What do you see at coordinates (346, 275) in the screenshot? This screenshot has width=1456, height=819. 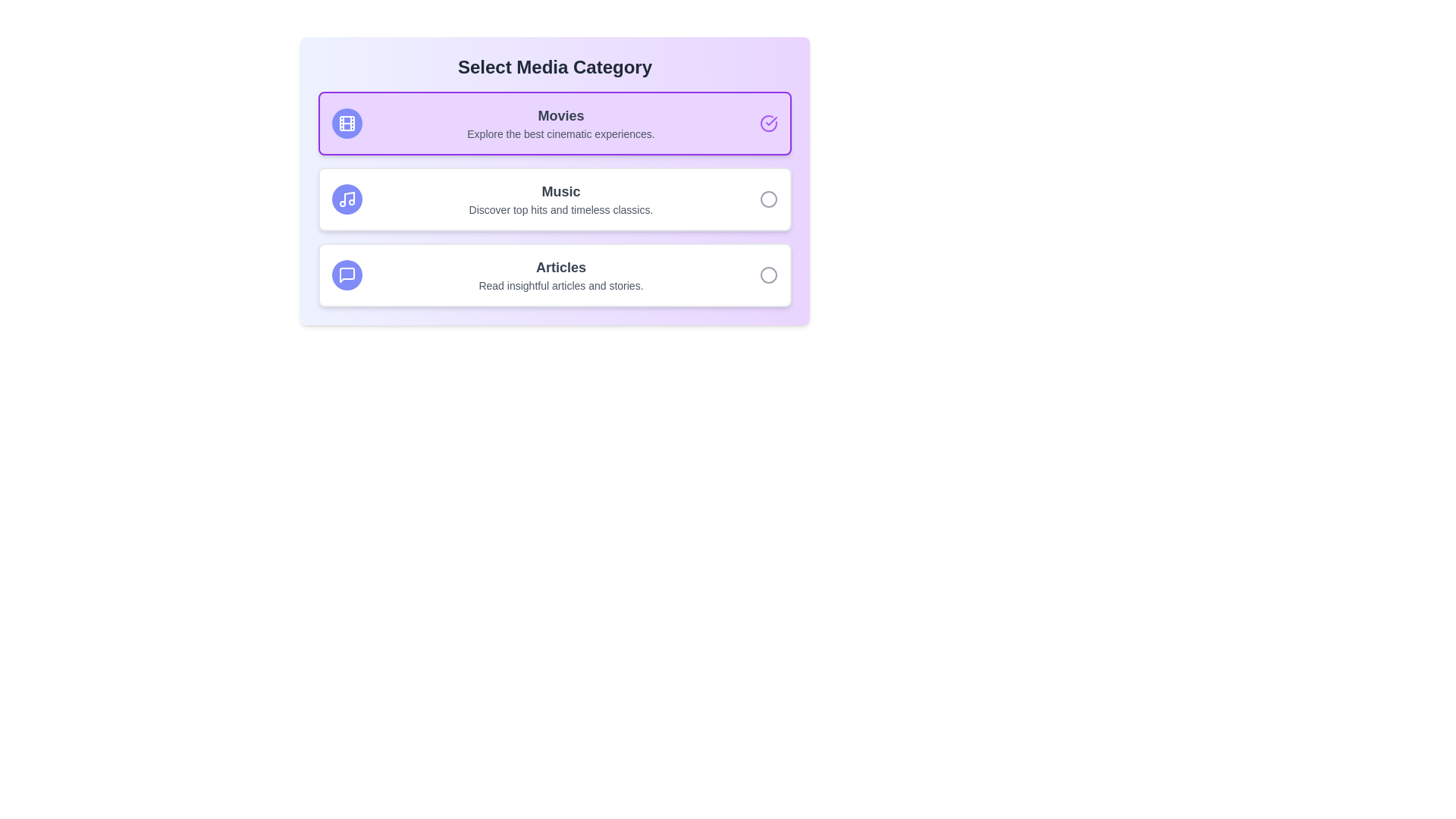 I see `the 'message' icon located in the top segment of the main options list` at bounding box center [346, 275].